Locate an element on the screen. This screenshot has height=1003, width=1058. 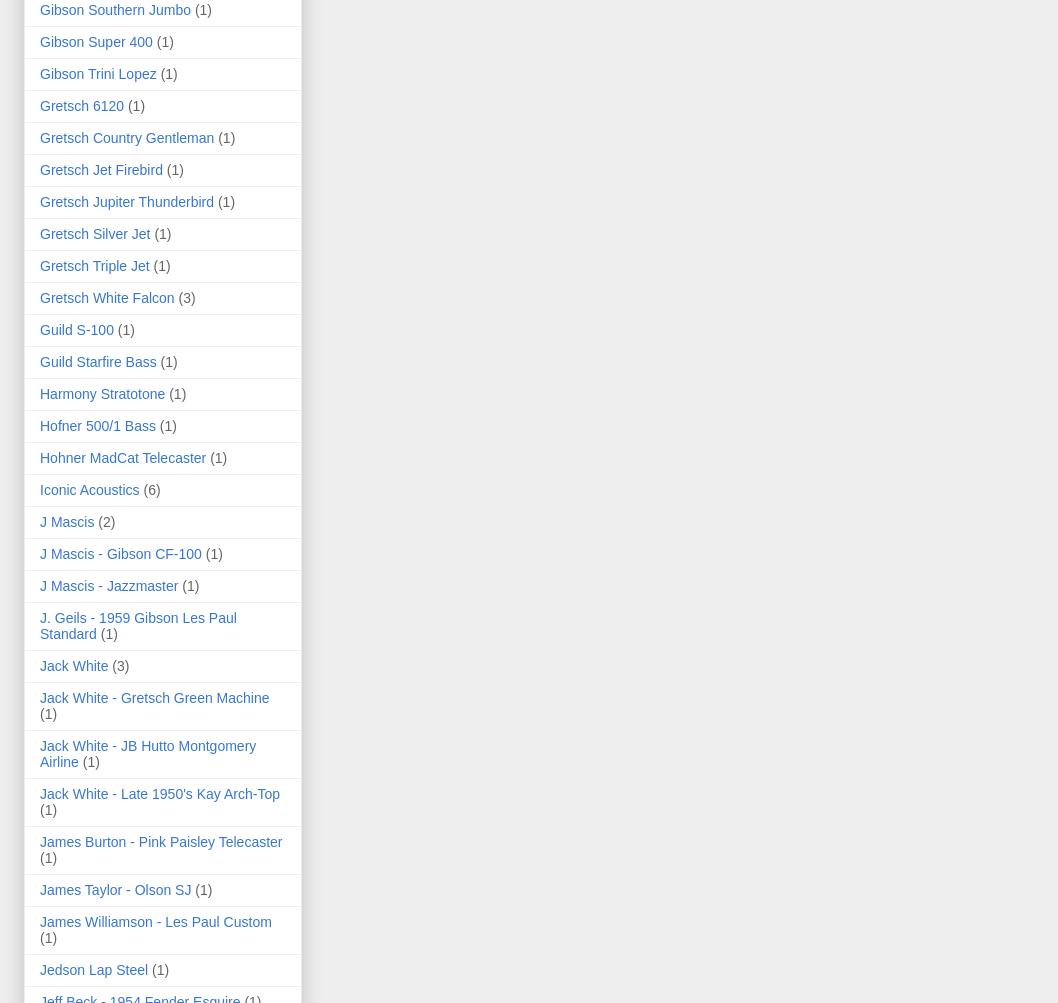
'James Burton - Pink Paisley Telecaster' is located at coordinates (160, 841).